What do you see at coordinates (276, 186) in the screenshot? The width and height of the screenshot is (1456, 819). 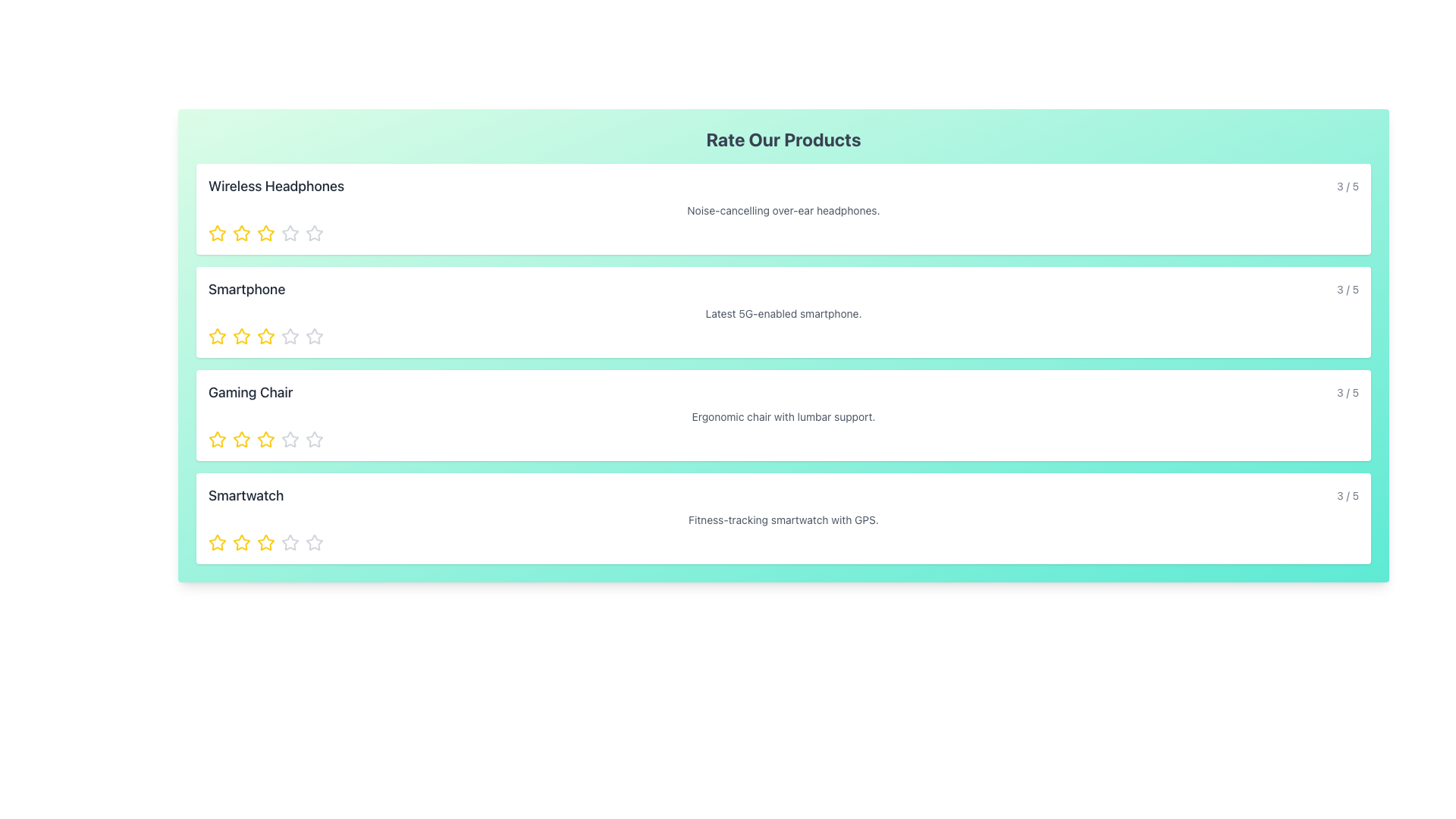 I see `the text label displaying the title 'Wireless Headphones', which is styled with a medium font weight and a large font size, positioned in the first row of the product rating interface` at bounding box center [276, 186].